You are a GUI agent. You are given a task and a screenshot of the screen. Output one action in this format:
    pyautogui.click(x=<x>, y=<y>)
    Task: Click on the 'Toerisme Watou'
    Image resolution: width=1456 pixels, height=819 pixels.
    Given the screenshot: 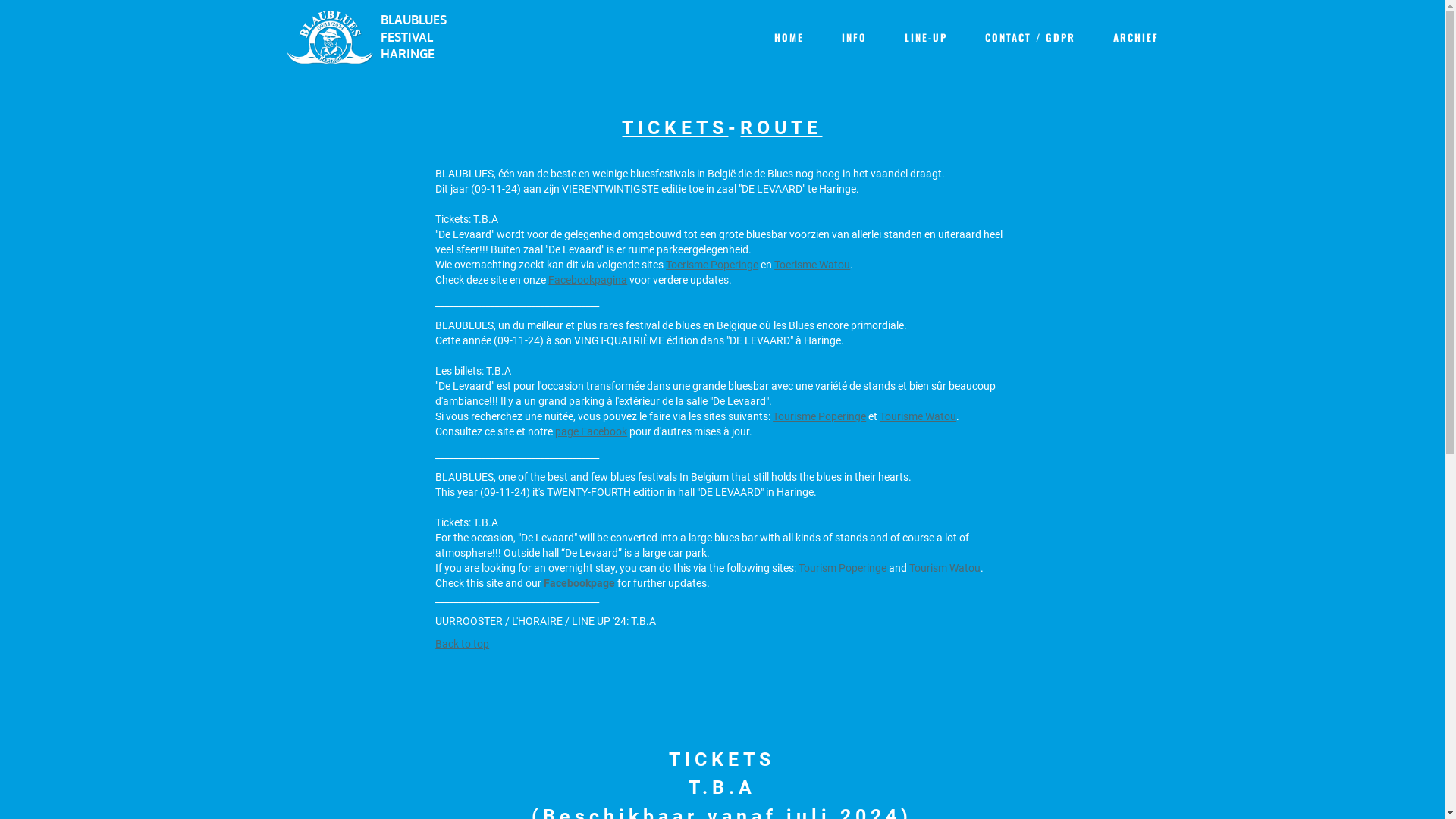 What is the action you would take?
    pyautogui.click(x=811, y=262)
    